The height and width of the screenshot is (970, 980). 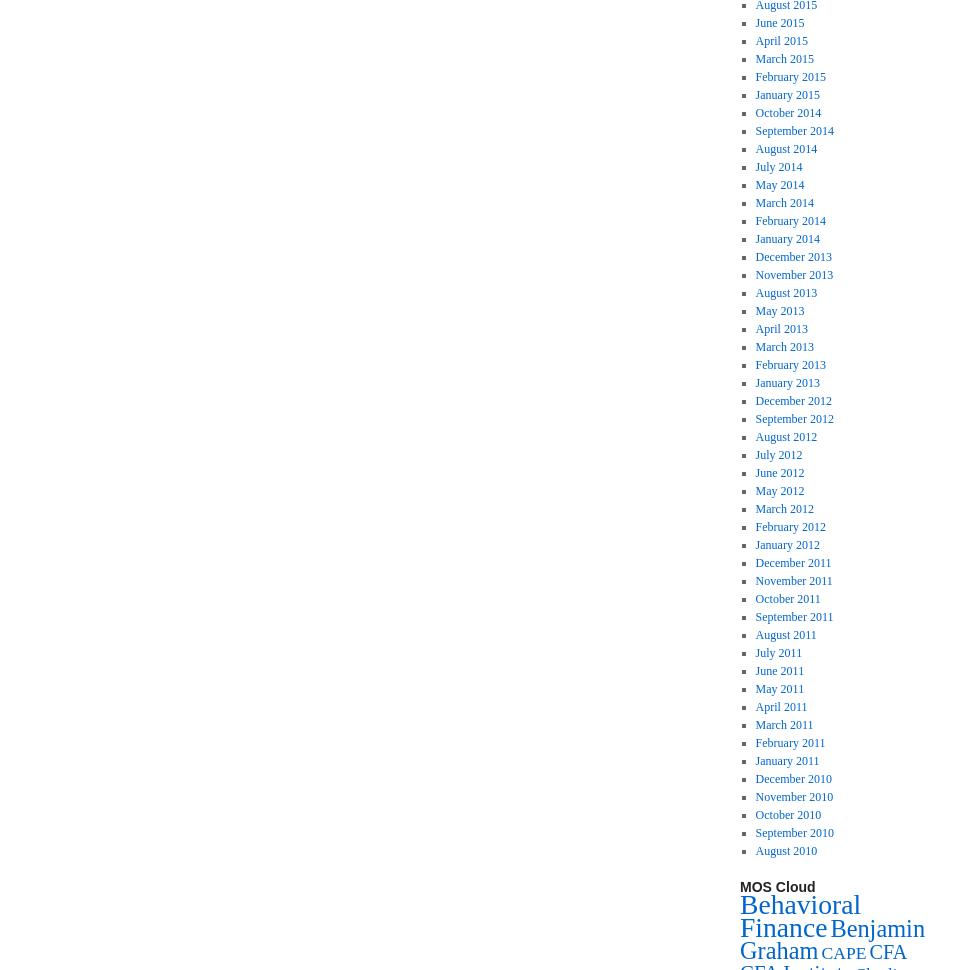 I want to click on 'May 2014', so click(x=754, y=183).